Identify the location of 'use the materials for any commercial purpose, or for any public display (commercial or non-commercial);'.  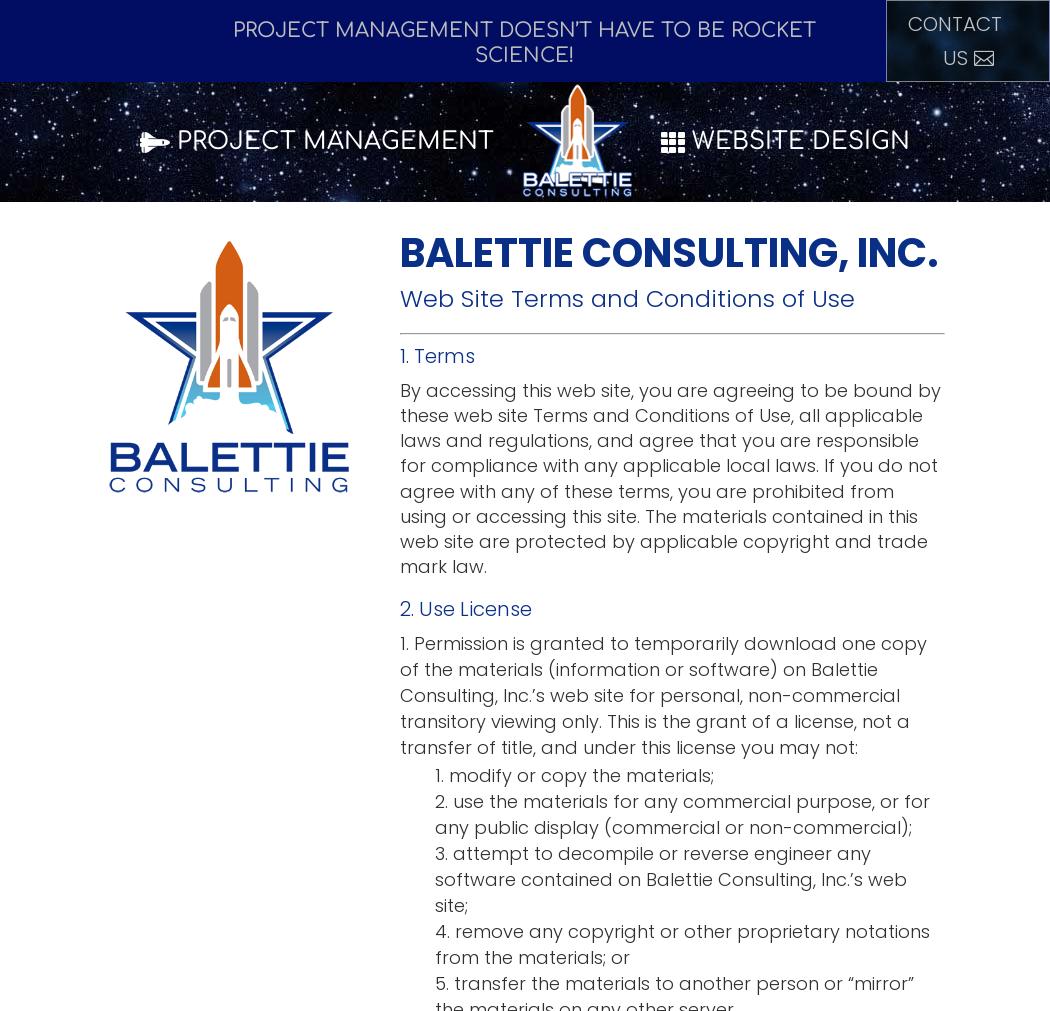
(682, 813).